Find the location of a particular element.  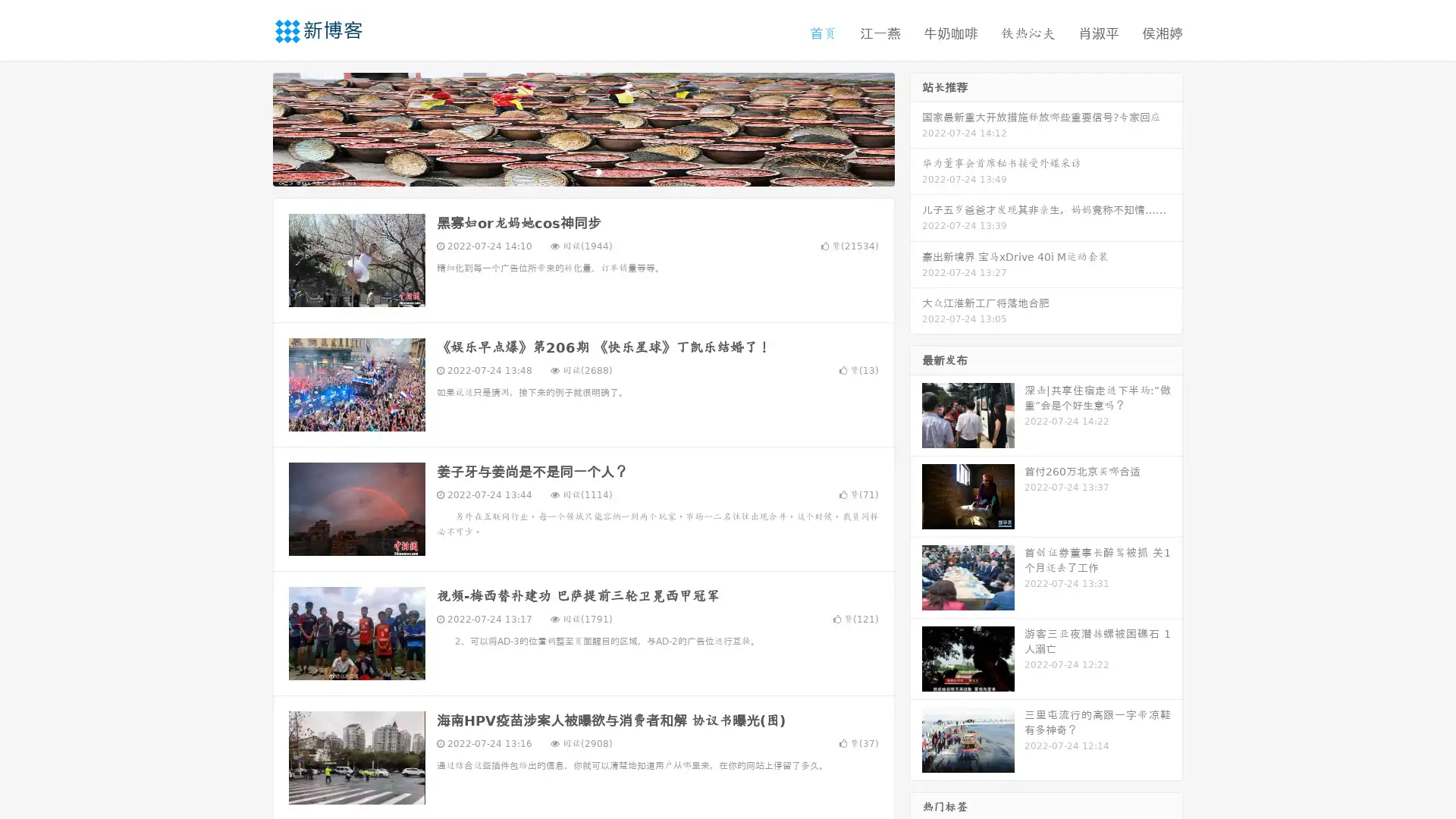

Go to slide 1 is located at coordinates (567, 171).